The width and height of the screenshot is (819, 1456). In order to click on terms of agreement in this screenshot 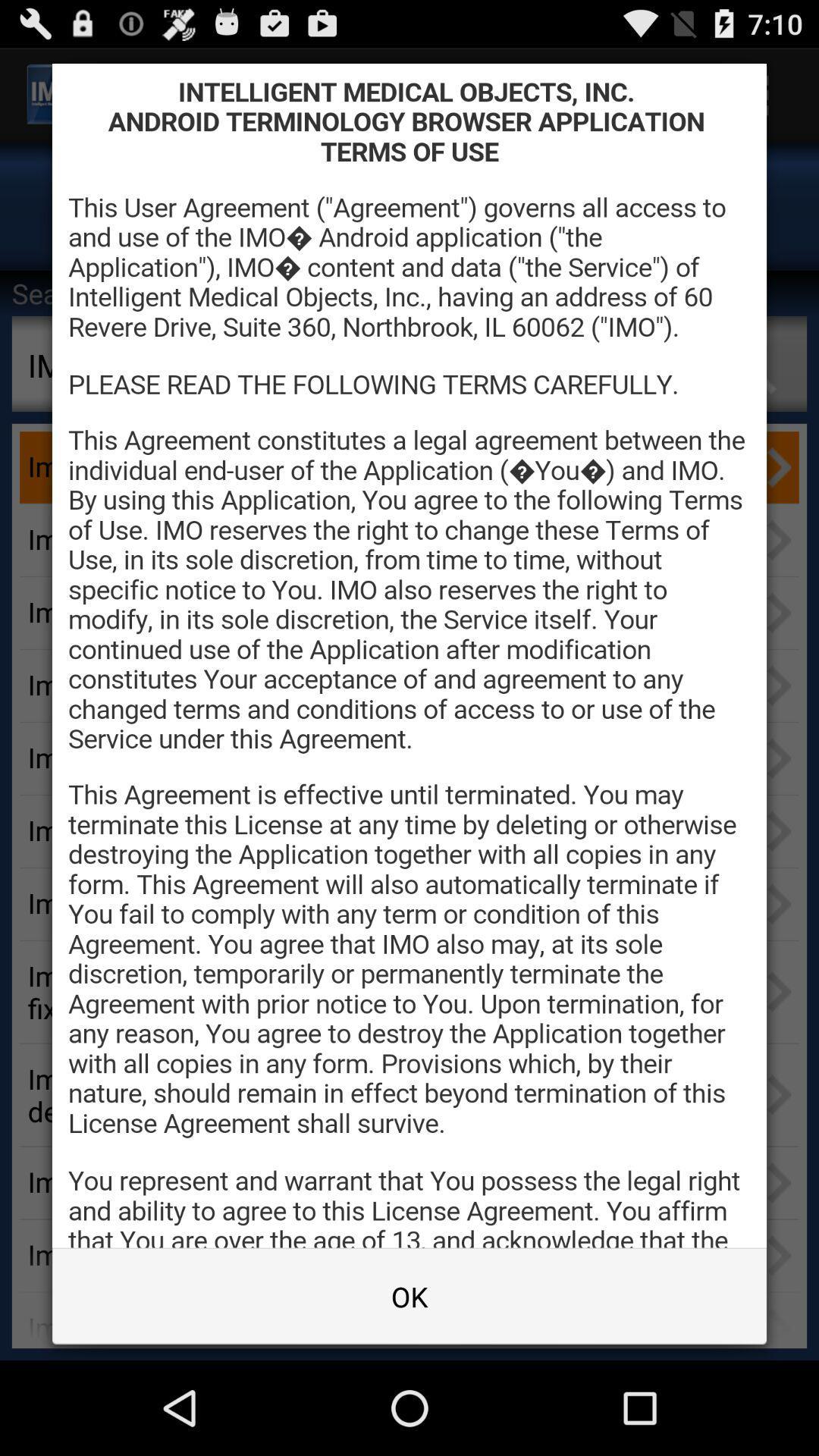, I will do `click(409, 655)`.